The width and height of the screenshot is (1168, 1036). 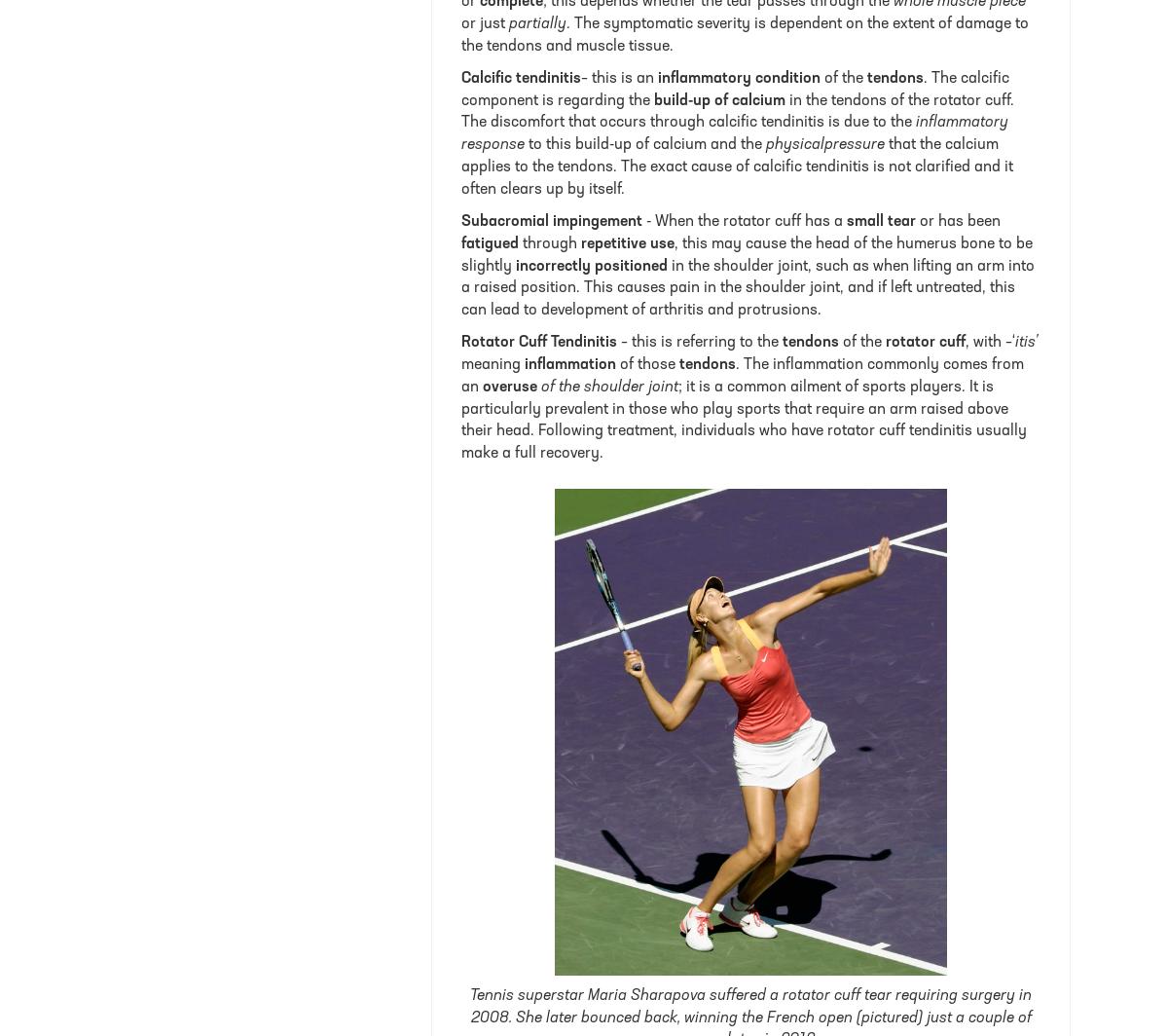 I want to click on 'in the tendons of the rotator cuff. The discomfort that occurs through calcific tendinitis is due to the', so click(x=737, y=111).